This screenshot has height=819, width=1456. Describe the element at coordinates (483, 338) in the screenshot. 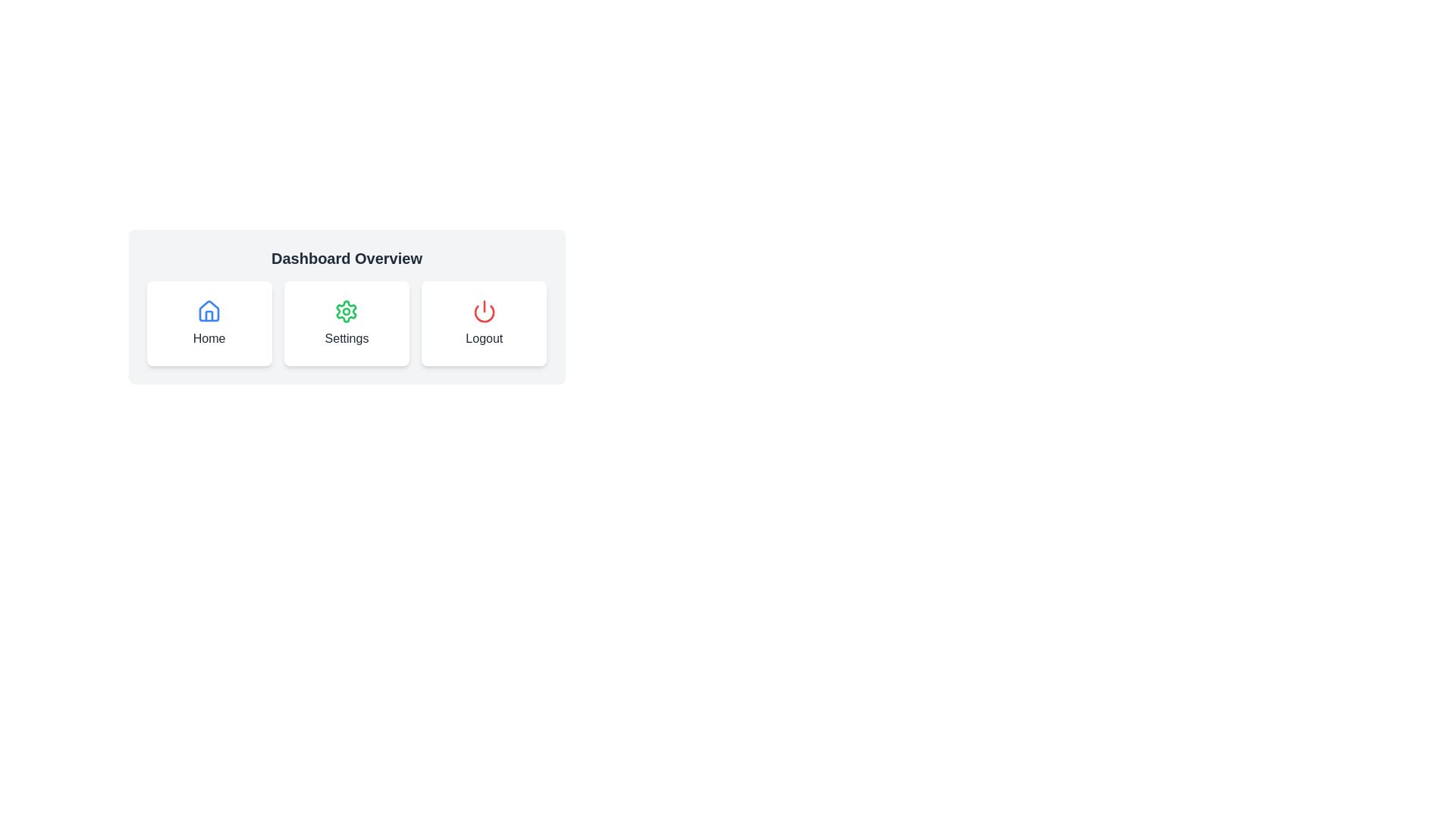

I see `text content of the 'Logout' text label, which is displayed in gray under the red power icon` at that location.